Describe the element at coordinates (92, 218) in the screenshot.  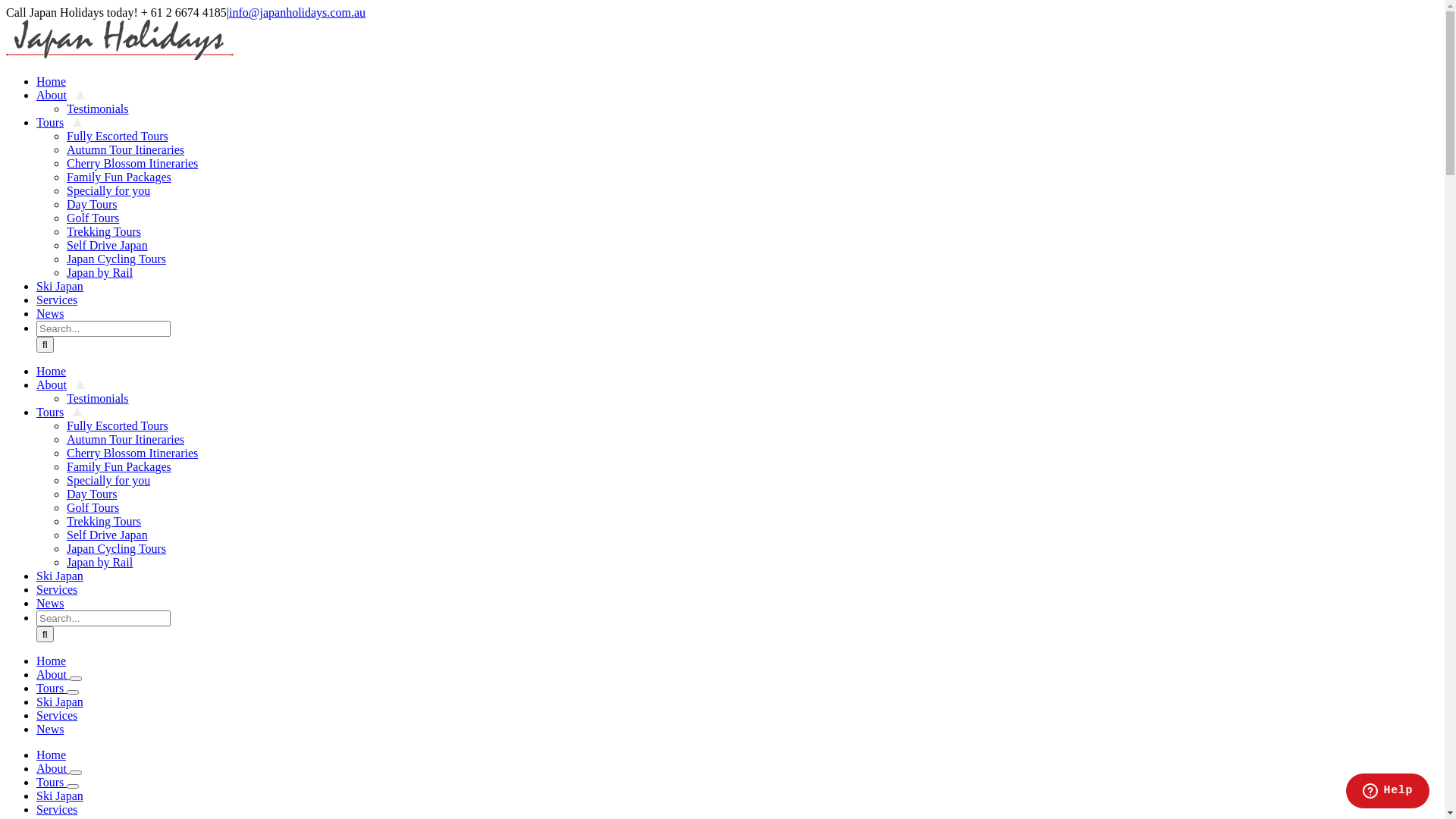
I see `'Golf Tours'` at that location.